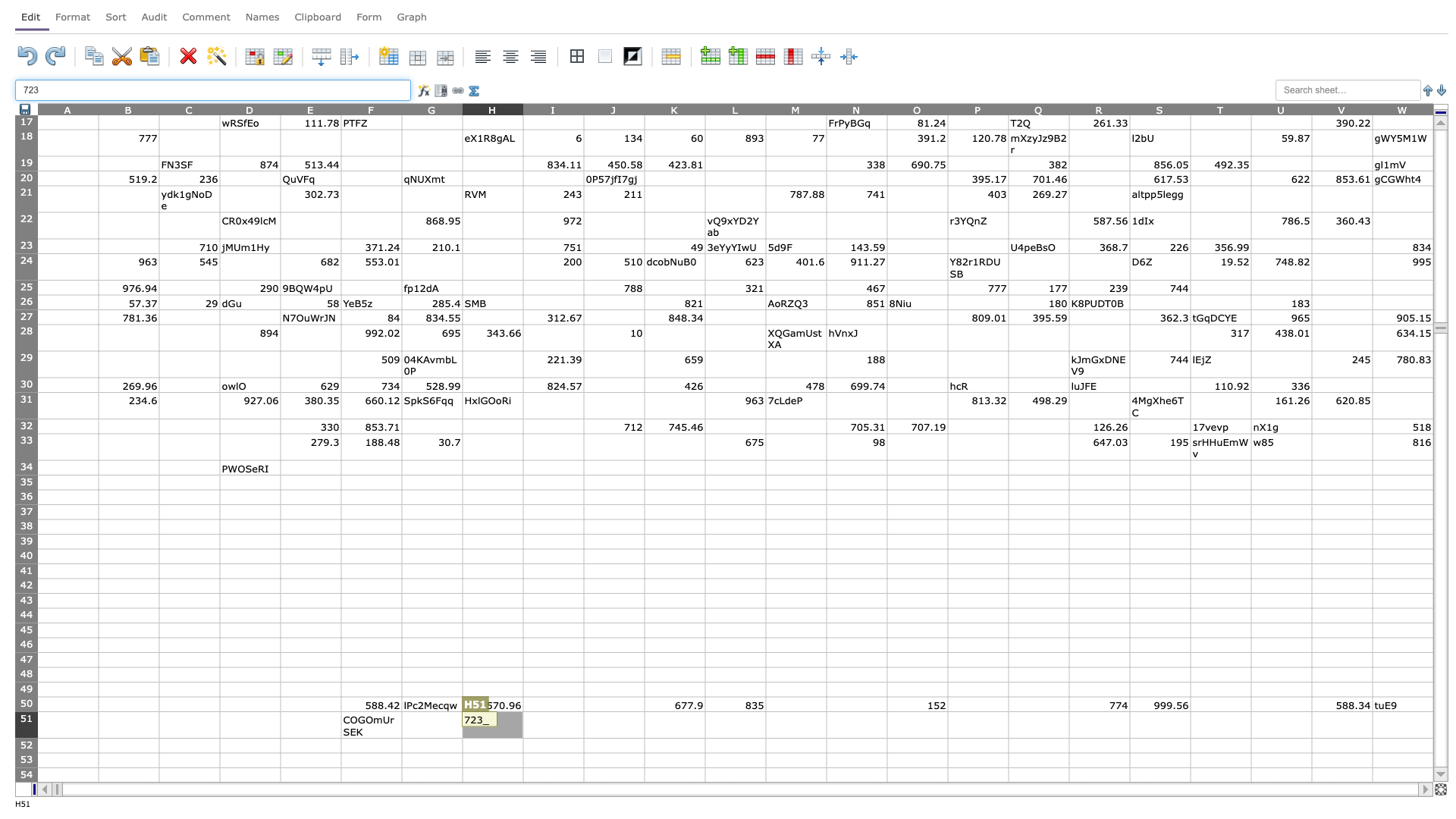 Image resolution: width=1456 pixels, height=819 pixels. What do you see at coordinates (644, 711) in the screenshot?
I see `Upper left corner of cell K51` at bounding box center [644, 711].